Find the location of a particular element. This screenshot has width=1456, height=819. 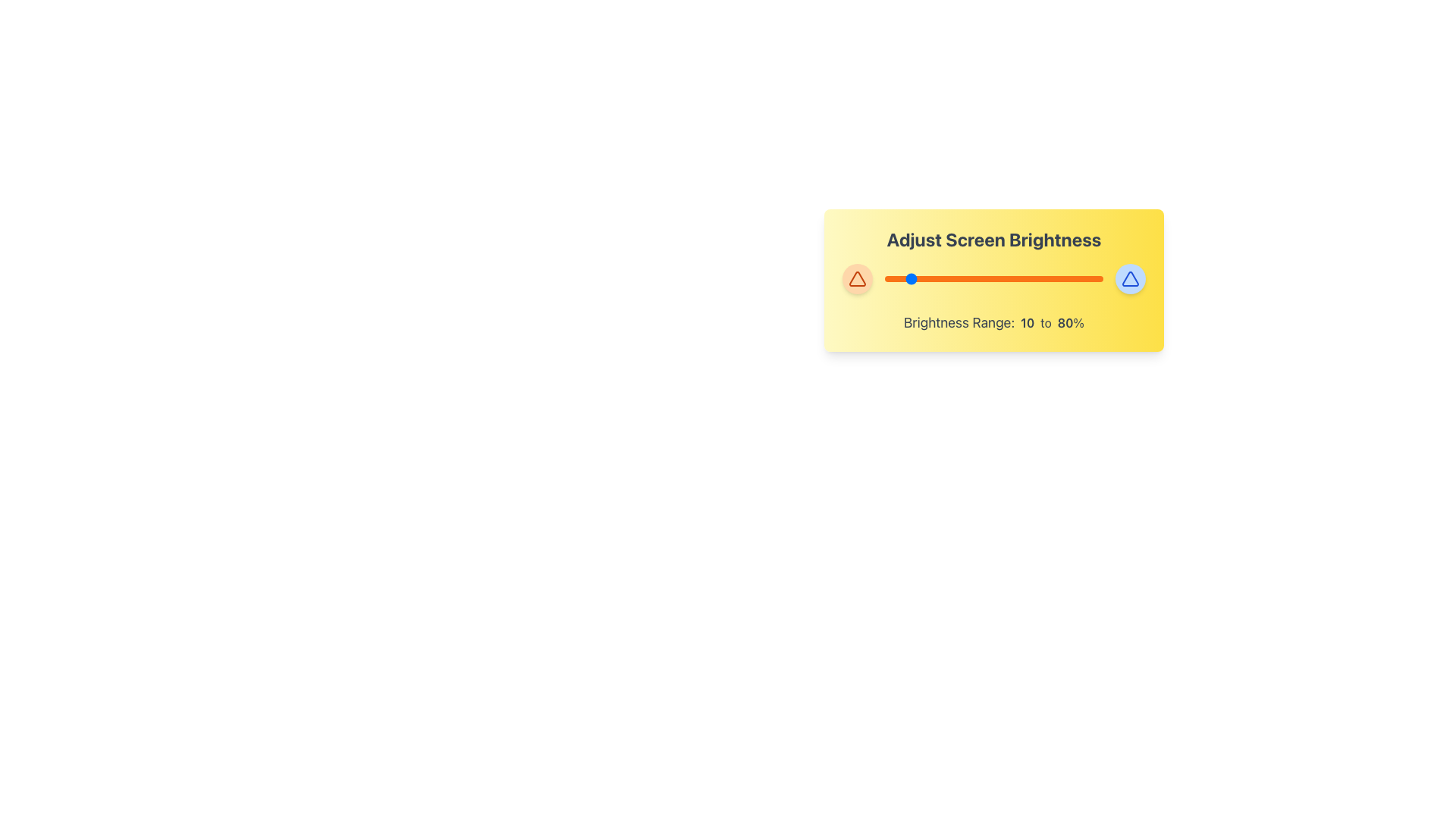

the brightness level is located at coordinates (1084, 278).